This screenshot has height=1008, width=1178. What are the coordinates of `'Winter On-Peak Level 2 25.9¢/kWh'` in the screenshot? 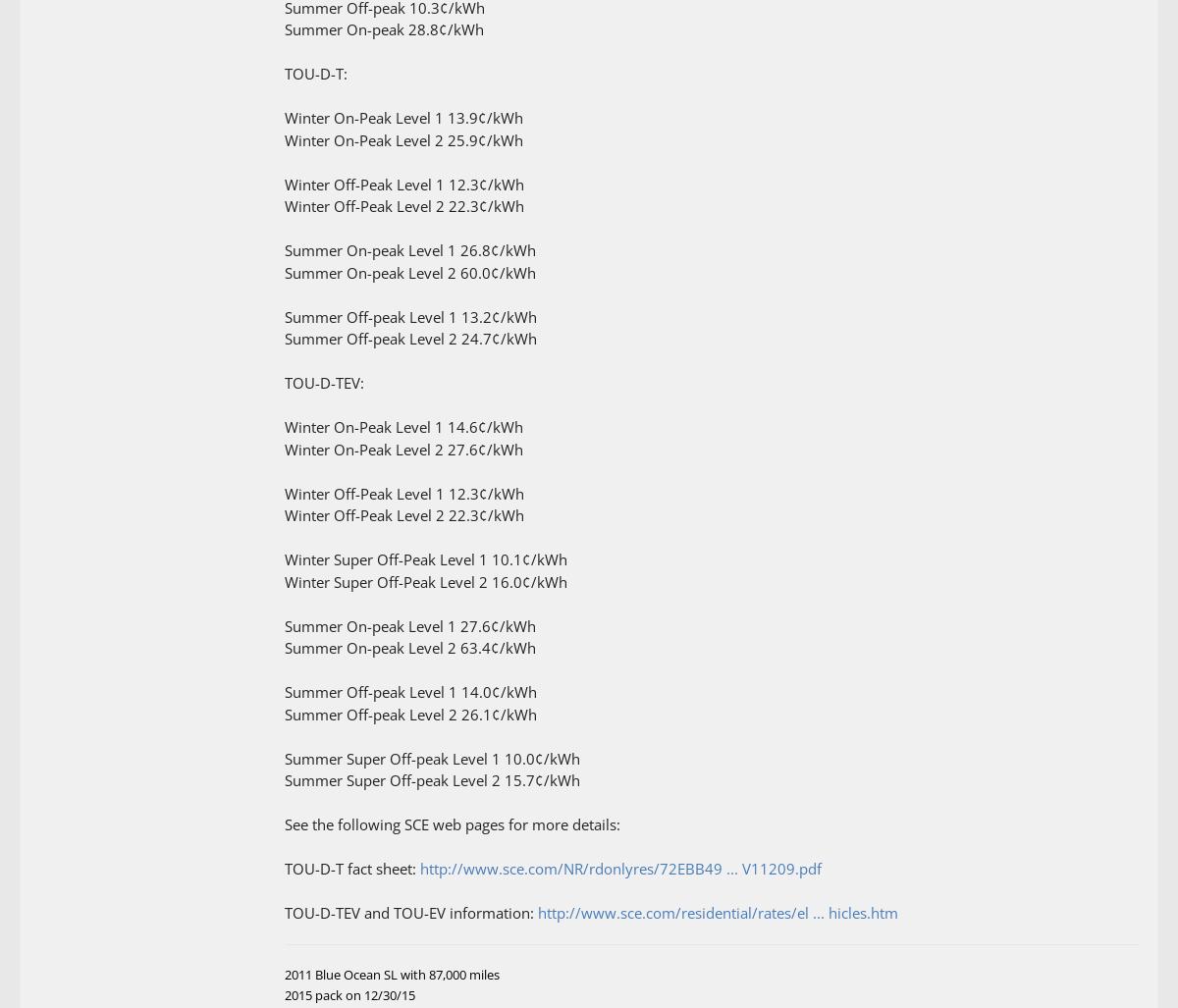 It's located at (284, 139).